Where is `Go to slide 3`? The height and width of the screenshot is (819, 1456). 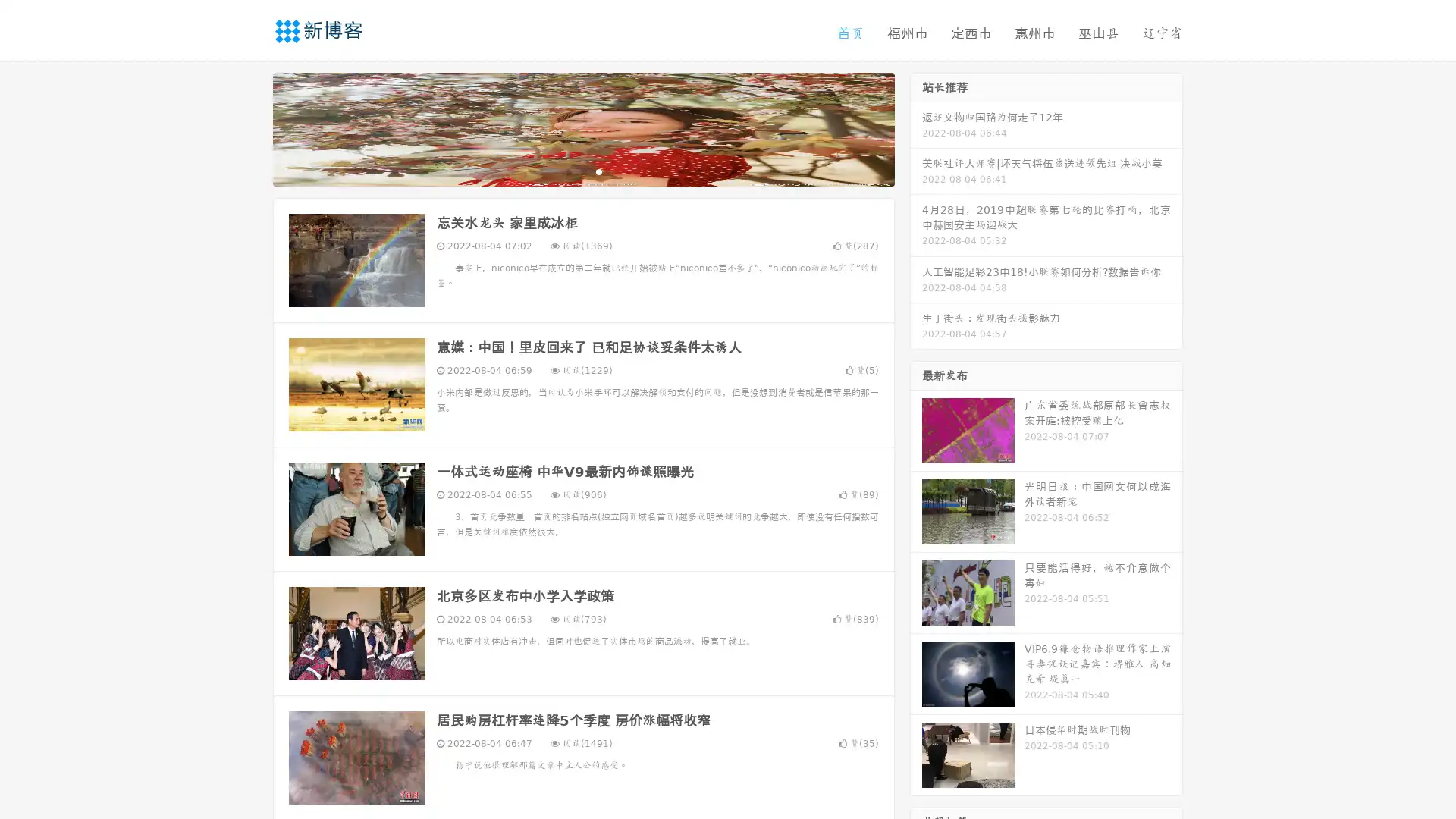
Go to slide 3 is located at coordinates (598, 171).